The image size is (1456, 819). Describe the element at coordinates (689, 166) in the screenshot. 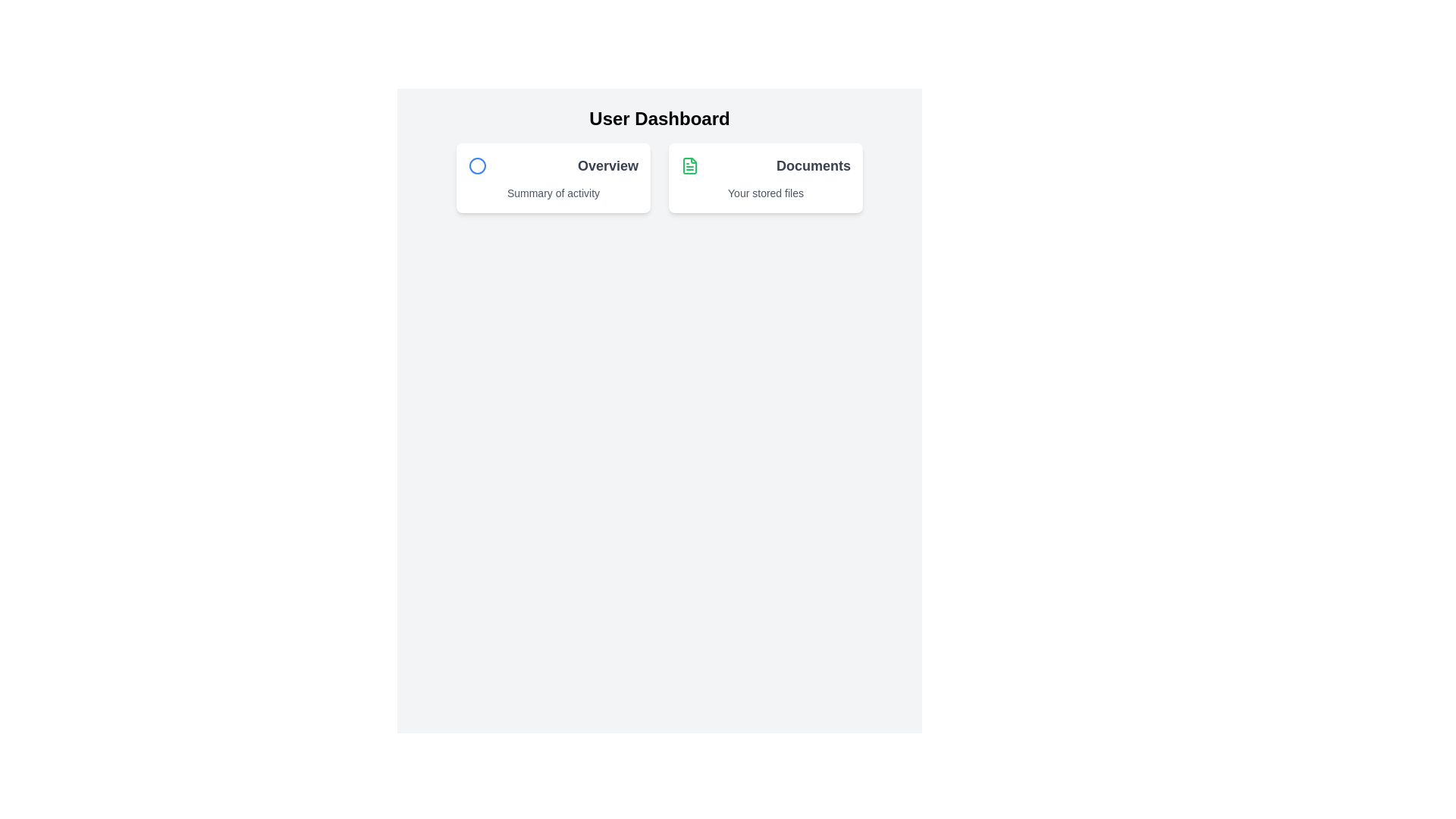

I see `green document icon located to the left of the 'Documents' label in the second card of the dashboard` at that location.